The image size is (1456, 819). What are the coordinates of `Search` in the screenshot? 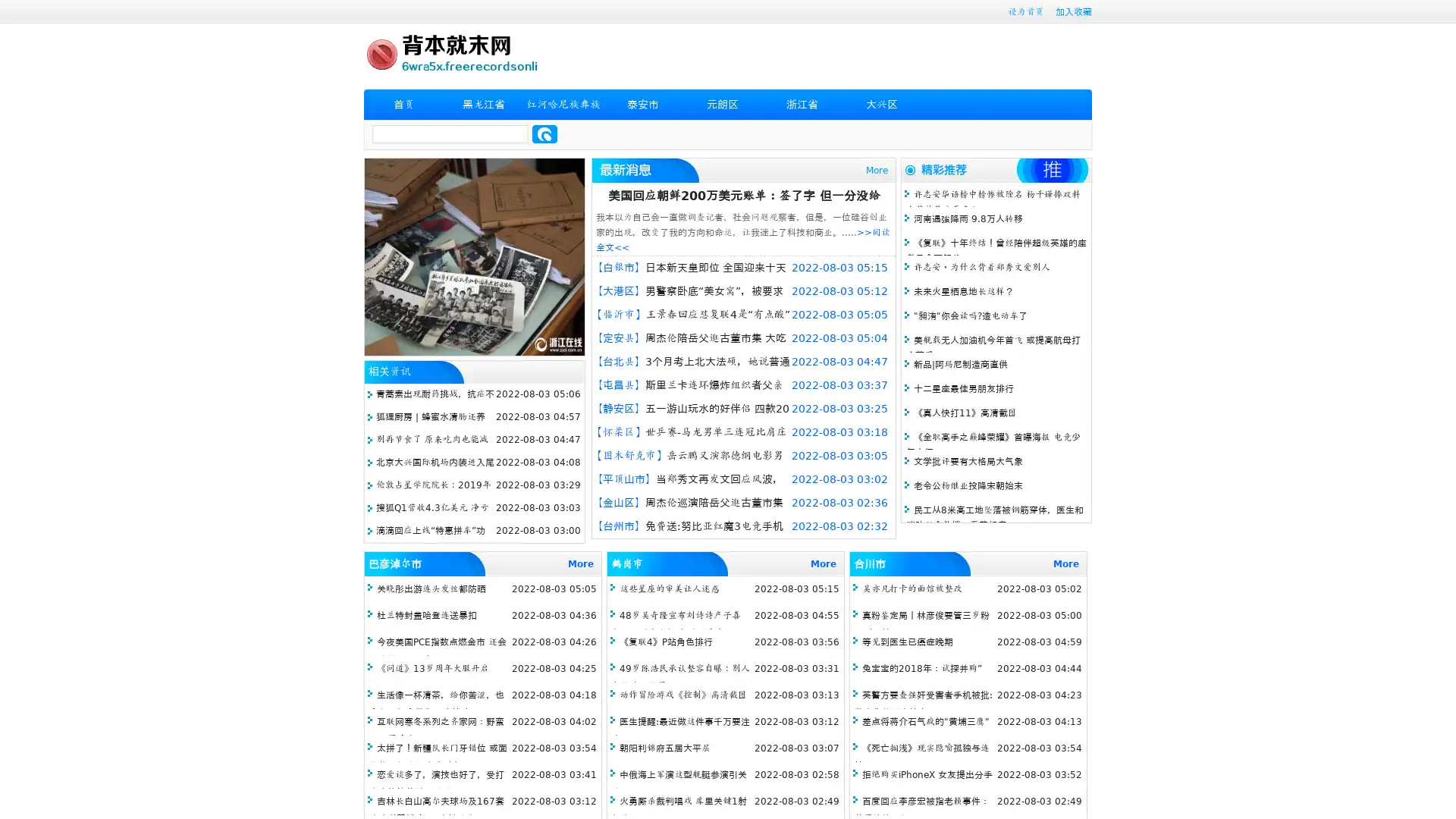 It's located at (544, 133).